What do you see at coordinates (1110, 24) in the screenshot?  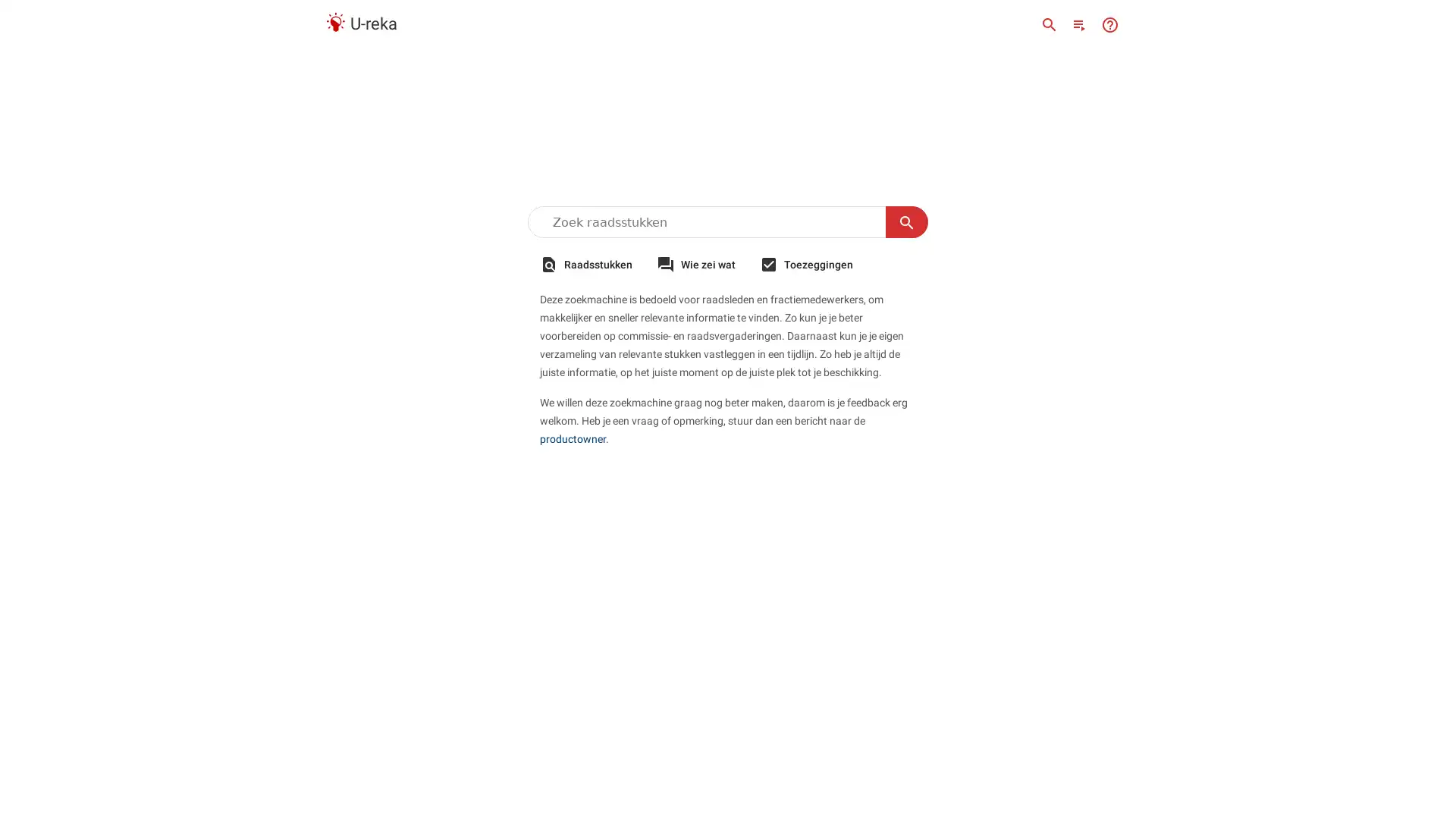 I see `Over deze applicatie` at bounding box center [1110, 24].